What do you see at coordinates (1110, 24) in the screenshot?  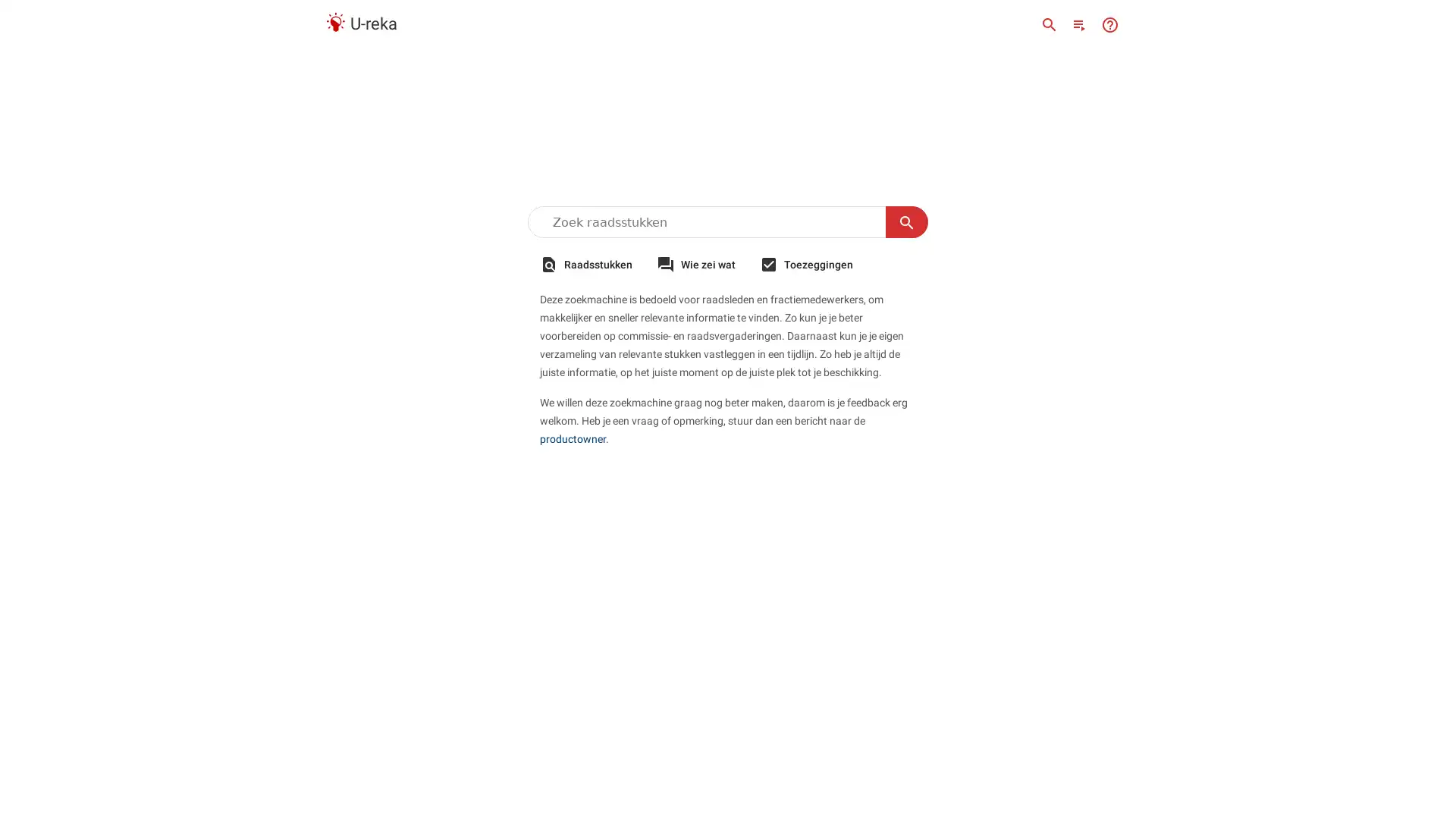 I see `Over deze applicatie` at bounding box center [1110, 24].